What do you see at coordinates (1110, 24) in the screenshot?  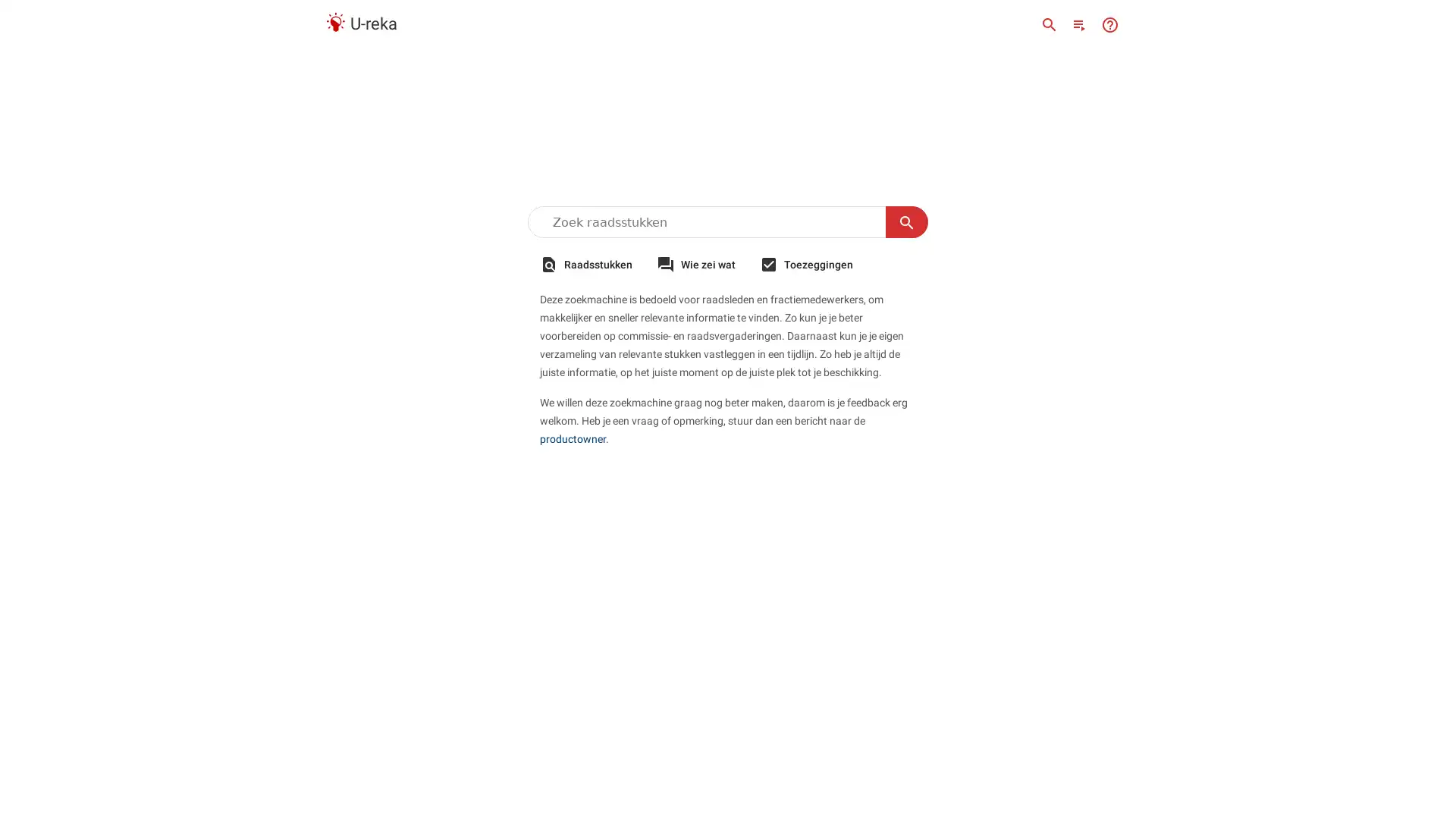 I see `Over deze applicatie` at bounding box center [1110, 24].